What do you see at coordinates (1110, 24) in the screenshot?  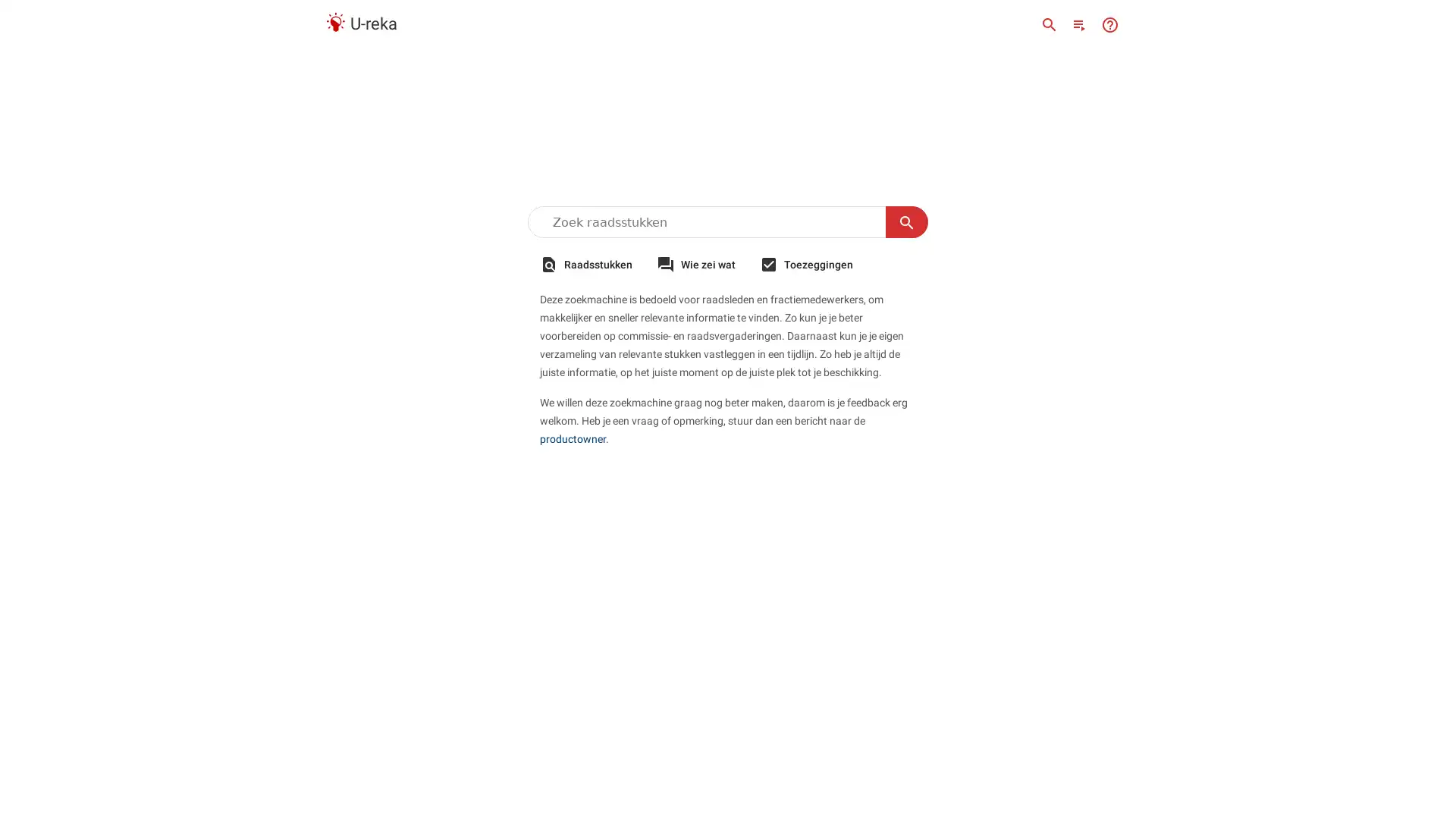 I see `Over deze applicatie` at bounding box center [1110, 24].